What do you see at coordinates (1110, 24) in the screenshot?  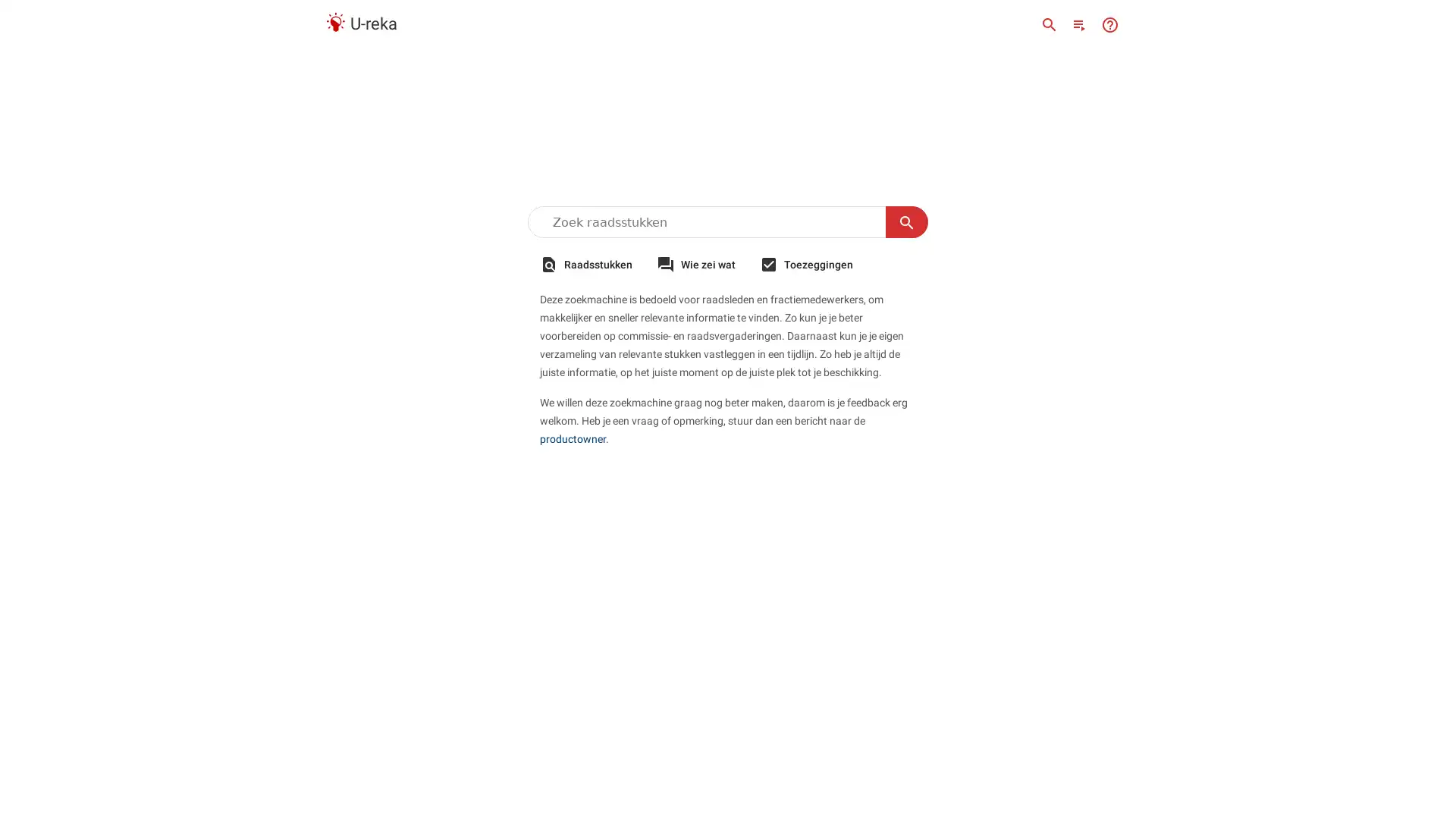 I see `Over deze applicatie` at bounding box center [1110, 24].